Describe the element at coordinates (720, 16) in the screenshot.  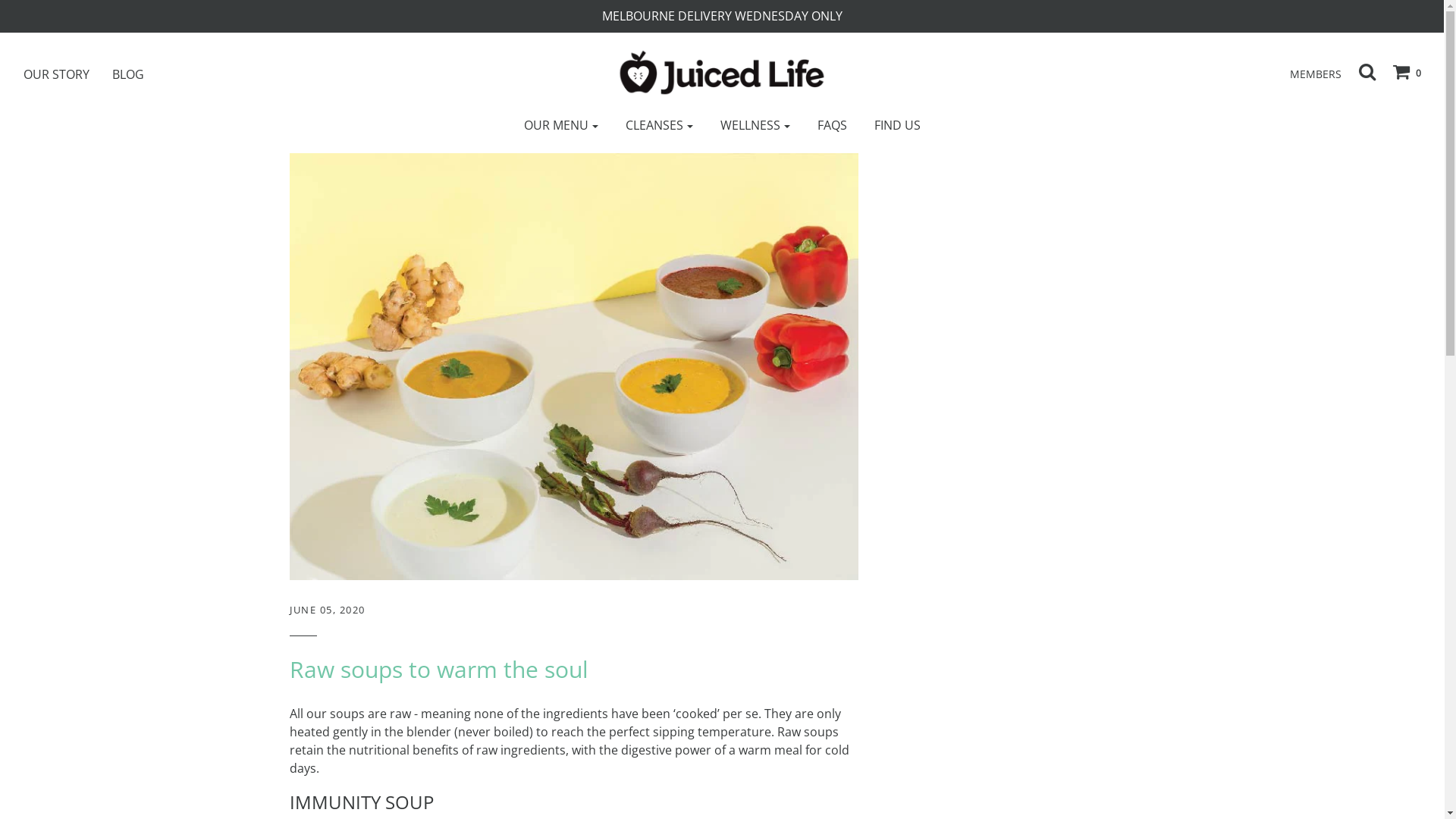
I see `'MELBOURNE DELIVERY WEDNESDAY ONLY'` at that location.